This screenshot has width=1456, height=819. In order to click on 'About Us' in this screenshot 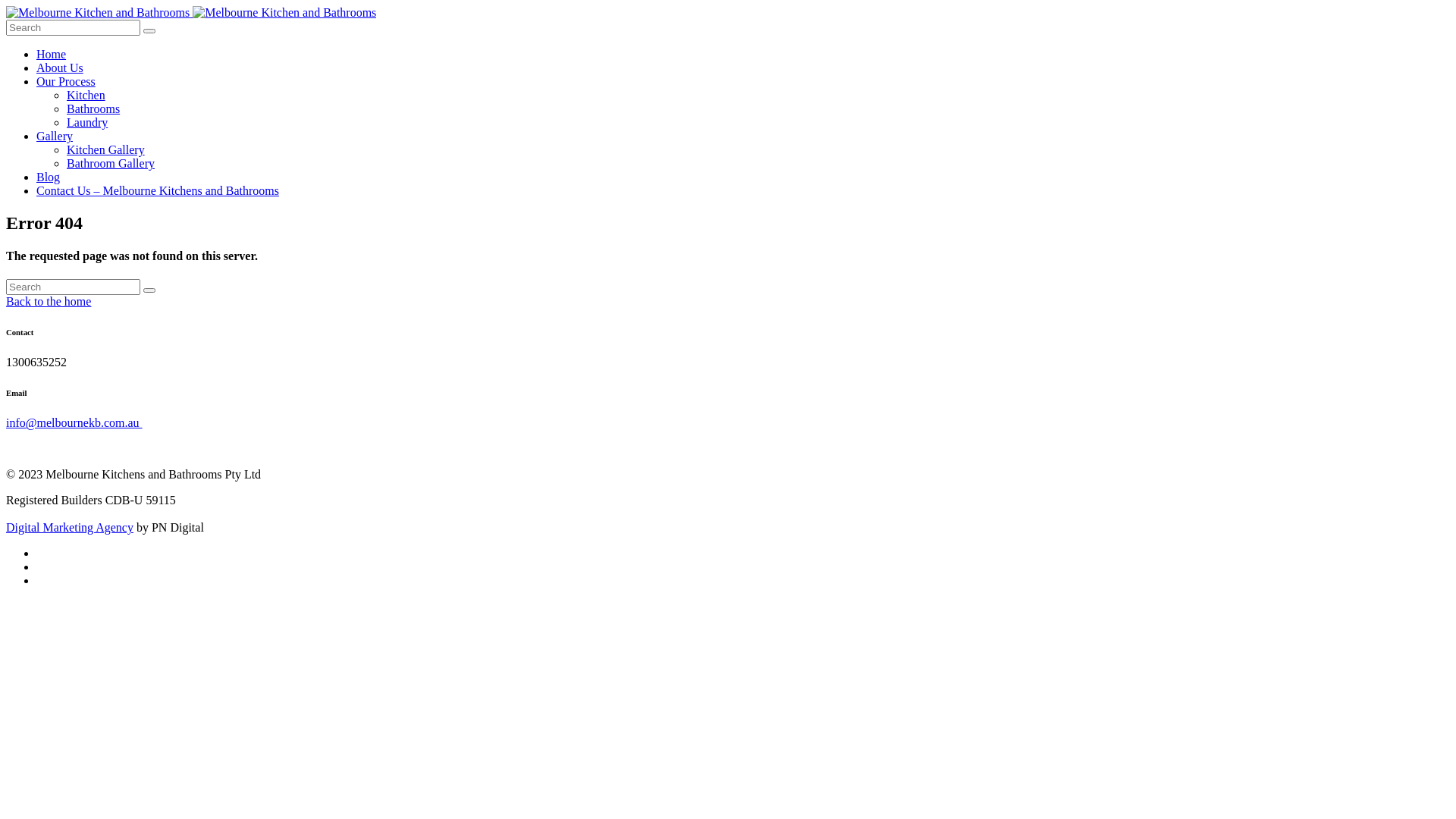, I will do `click(59, 67)`.